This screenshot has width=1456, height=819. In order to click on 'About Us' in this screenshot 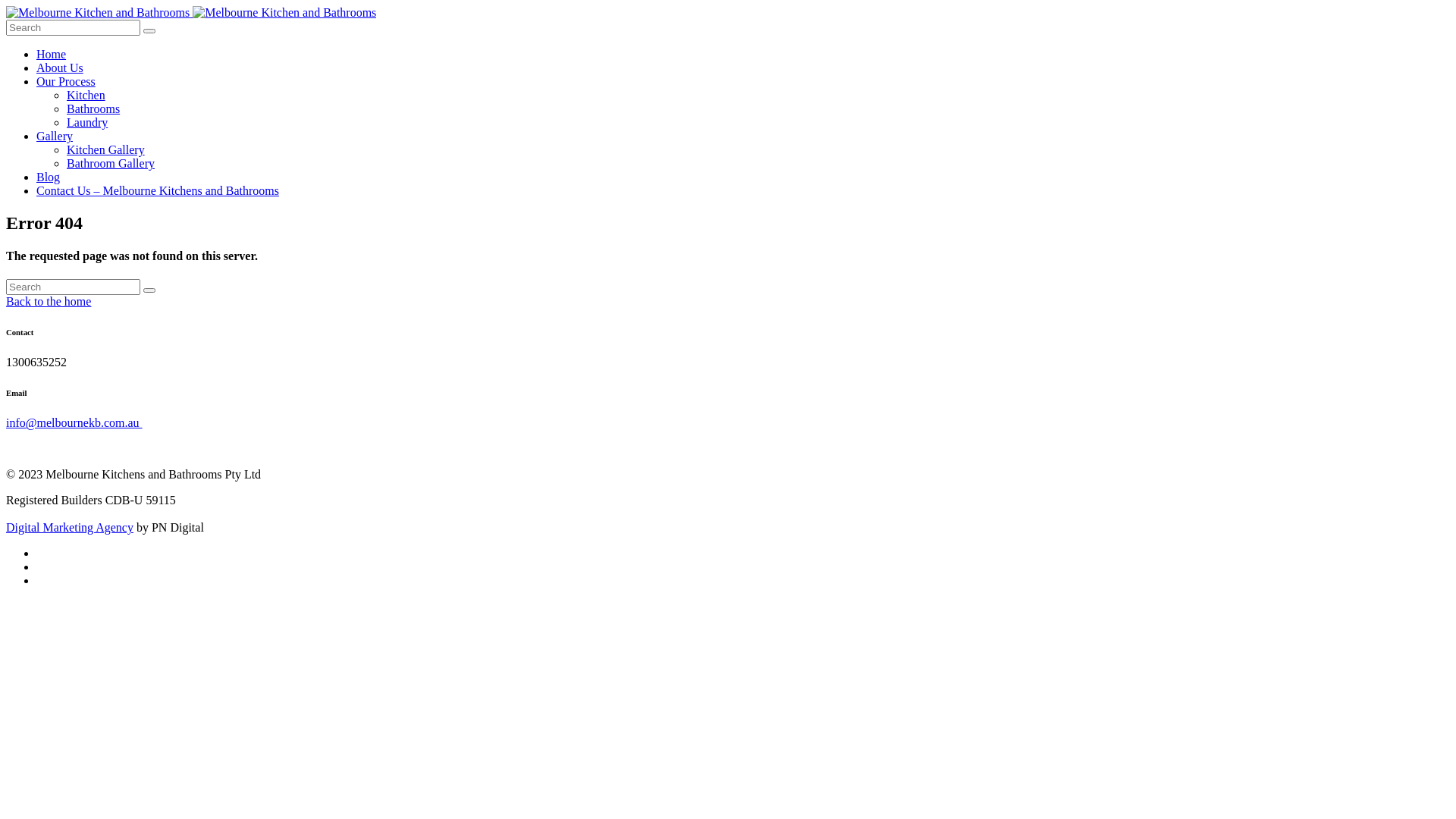, I will do `click(59, 67)`.